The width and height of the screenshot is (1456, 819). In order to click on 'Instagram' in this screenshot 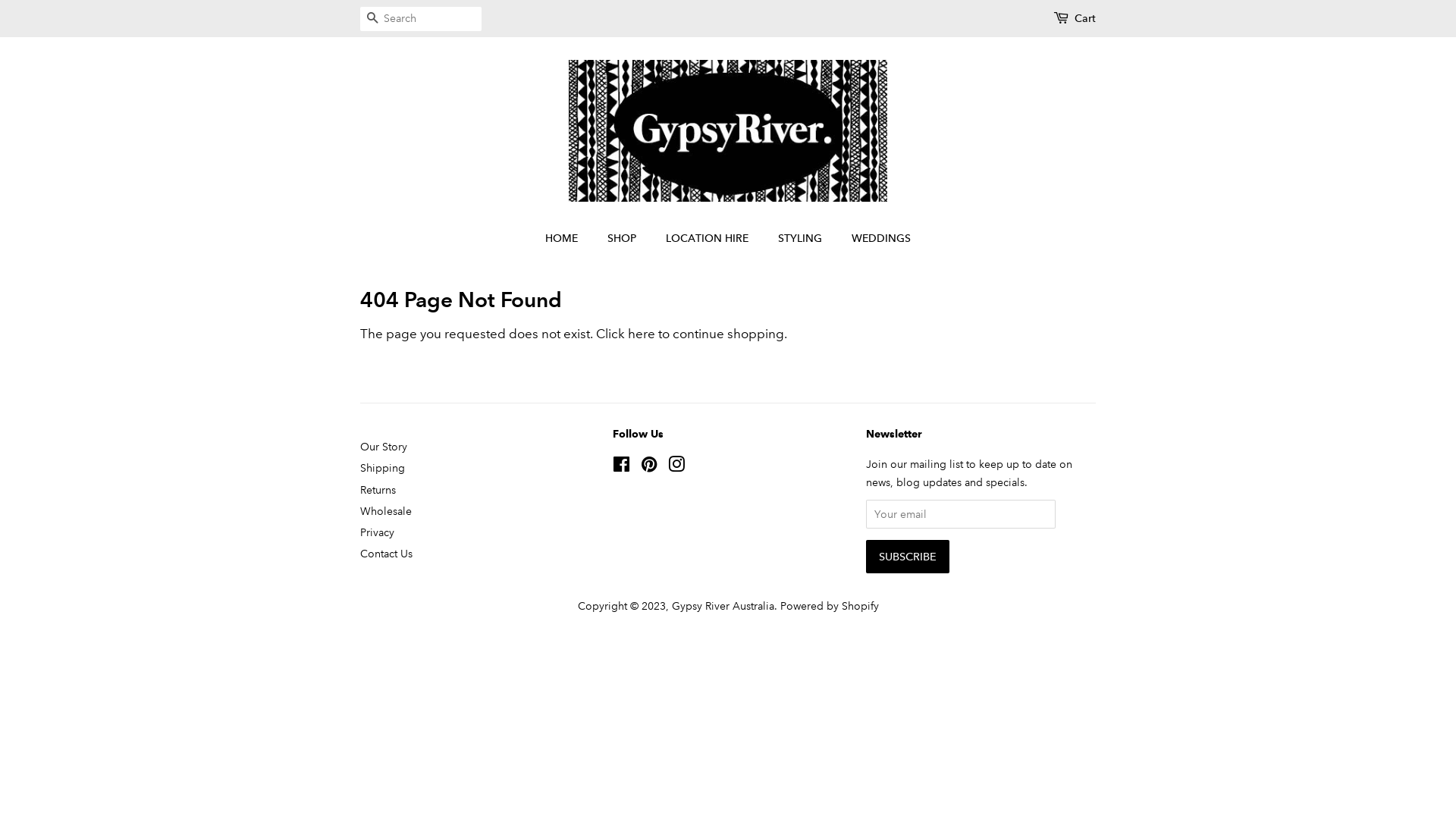, I will do `click(676, 466)`.